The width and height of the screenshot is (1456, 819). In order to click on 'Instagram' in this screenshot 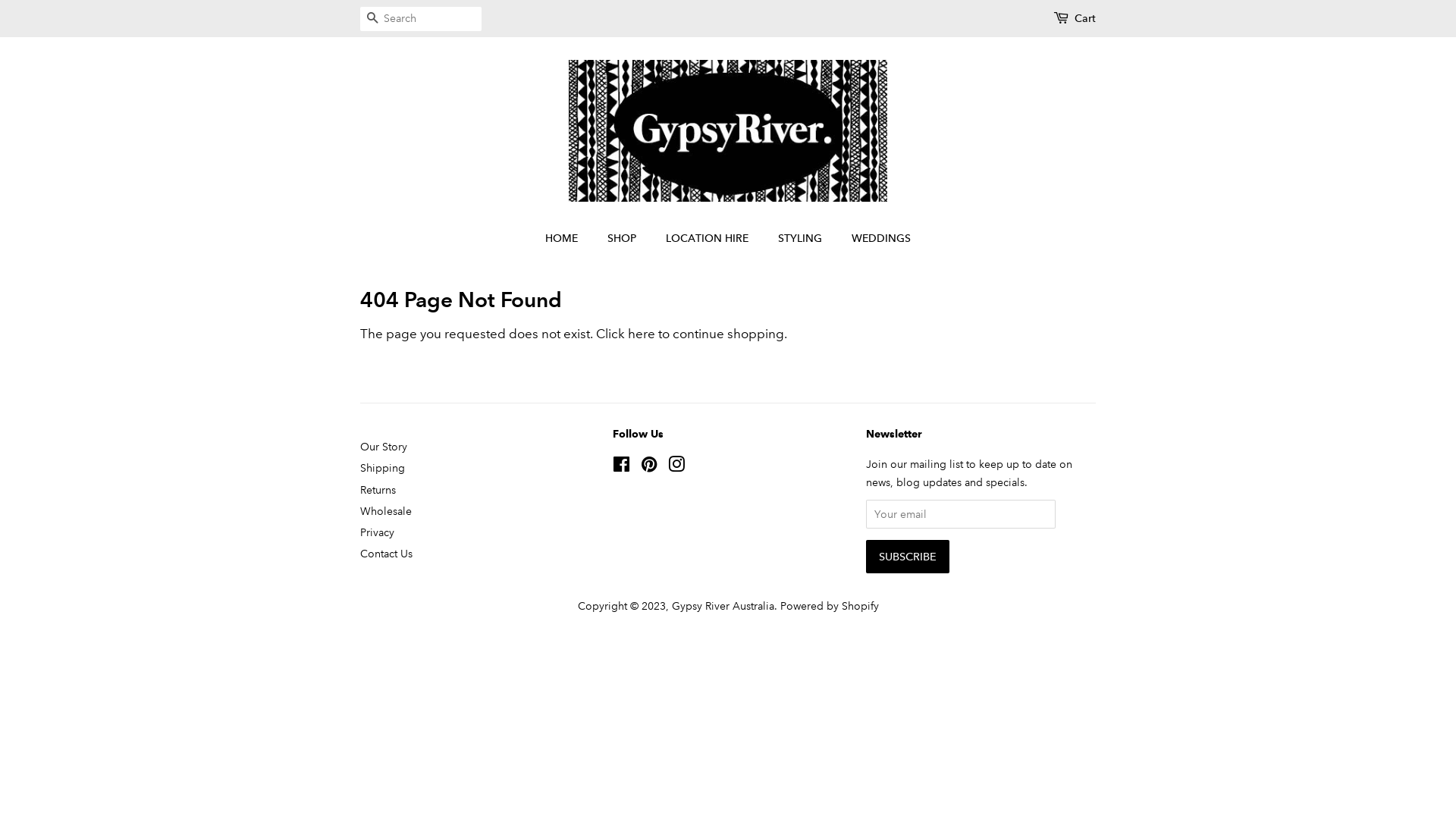, I will do `click(676, 466)`.